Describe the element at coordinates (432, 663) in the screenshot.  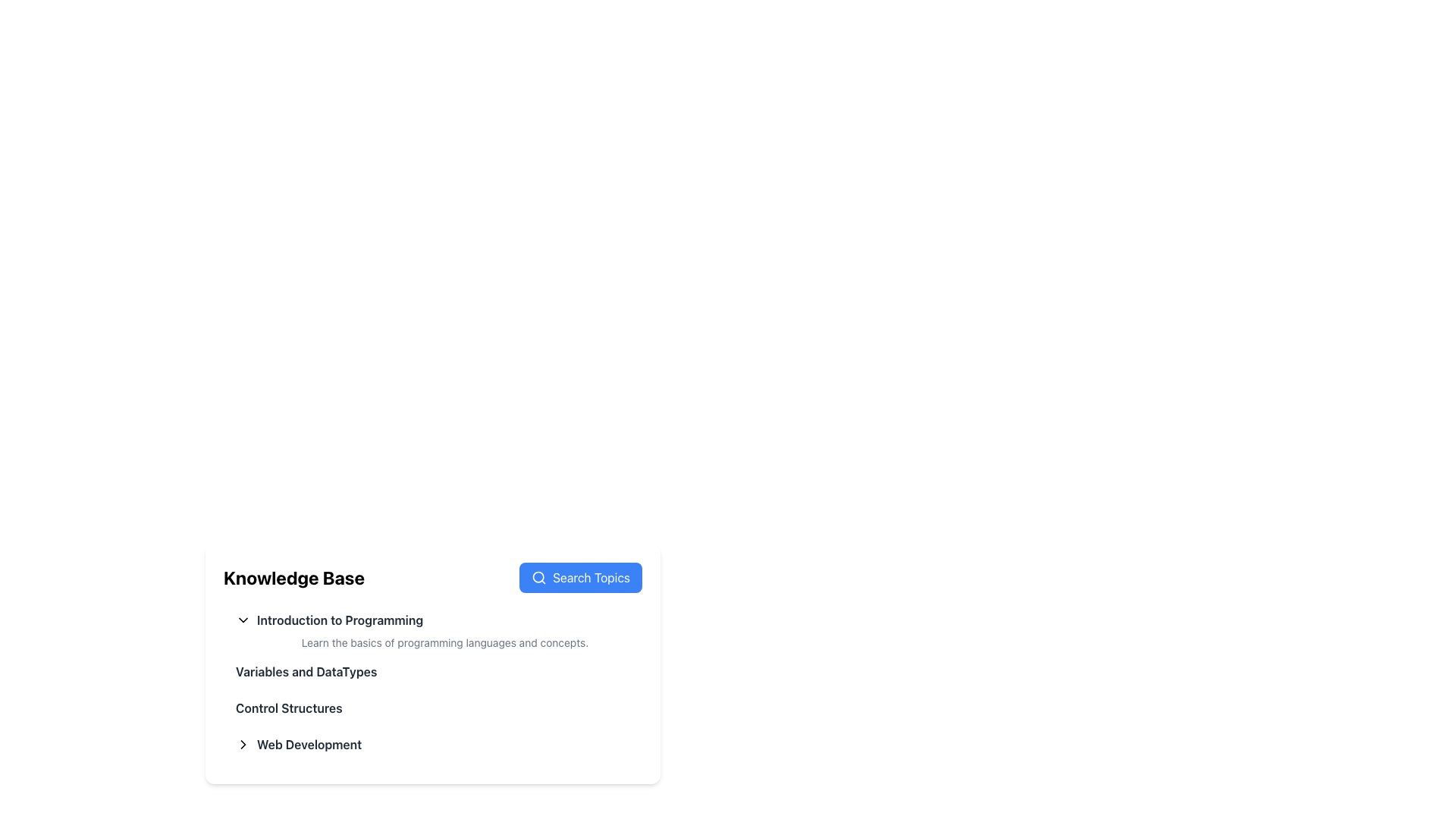
I see `the second interactive list item within the 'Introduction to Programming' section` at that location.